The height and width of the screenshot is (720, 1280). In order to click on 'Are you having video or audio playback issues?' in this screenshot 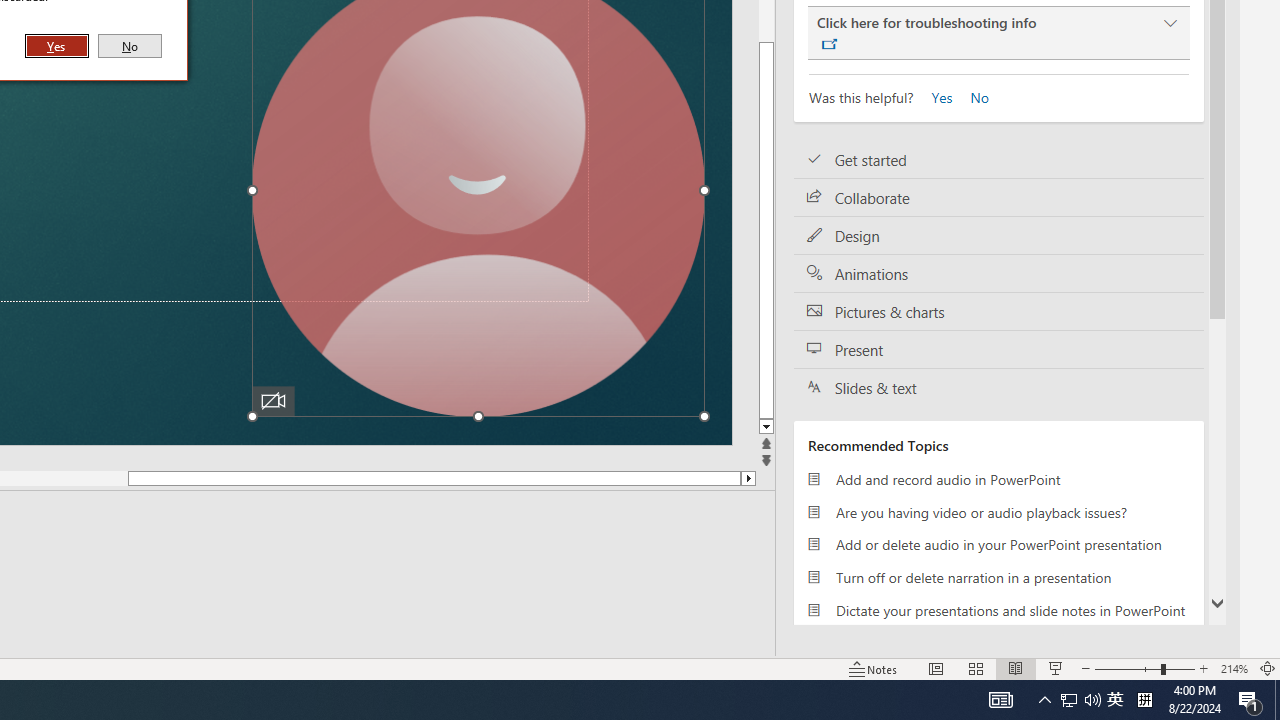, I will do `click(999, 511)`.